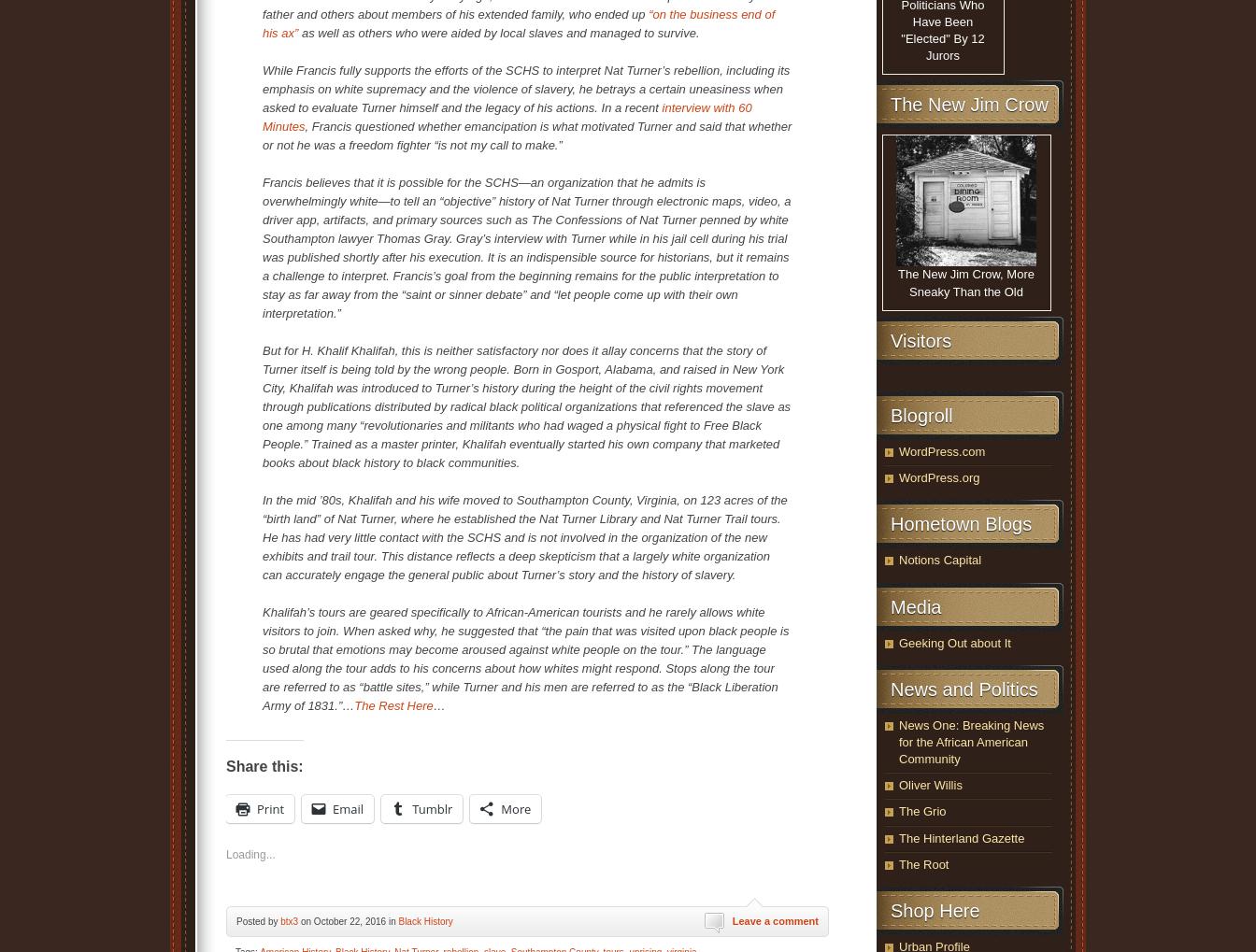 The image size is (1256, 952). I want to click on 'penned by white Southampton lawyer Thomas Gray. Gray’s interview with Turner while in his jail cell during his trial was published shortly after his execution. It is an indispensible source for historians, but it remains a challenge to interpret. Francis’s goal from the beginning remains for the public interpretation to stay as far away from the “saint or sinner debate” and “let people come up with their own interpretation.”', so click(525, 264).